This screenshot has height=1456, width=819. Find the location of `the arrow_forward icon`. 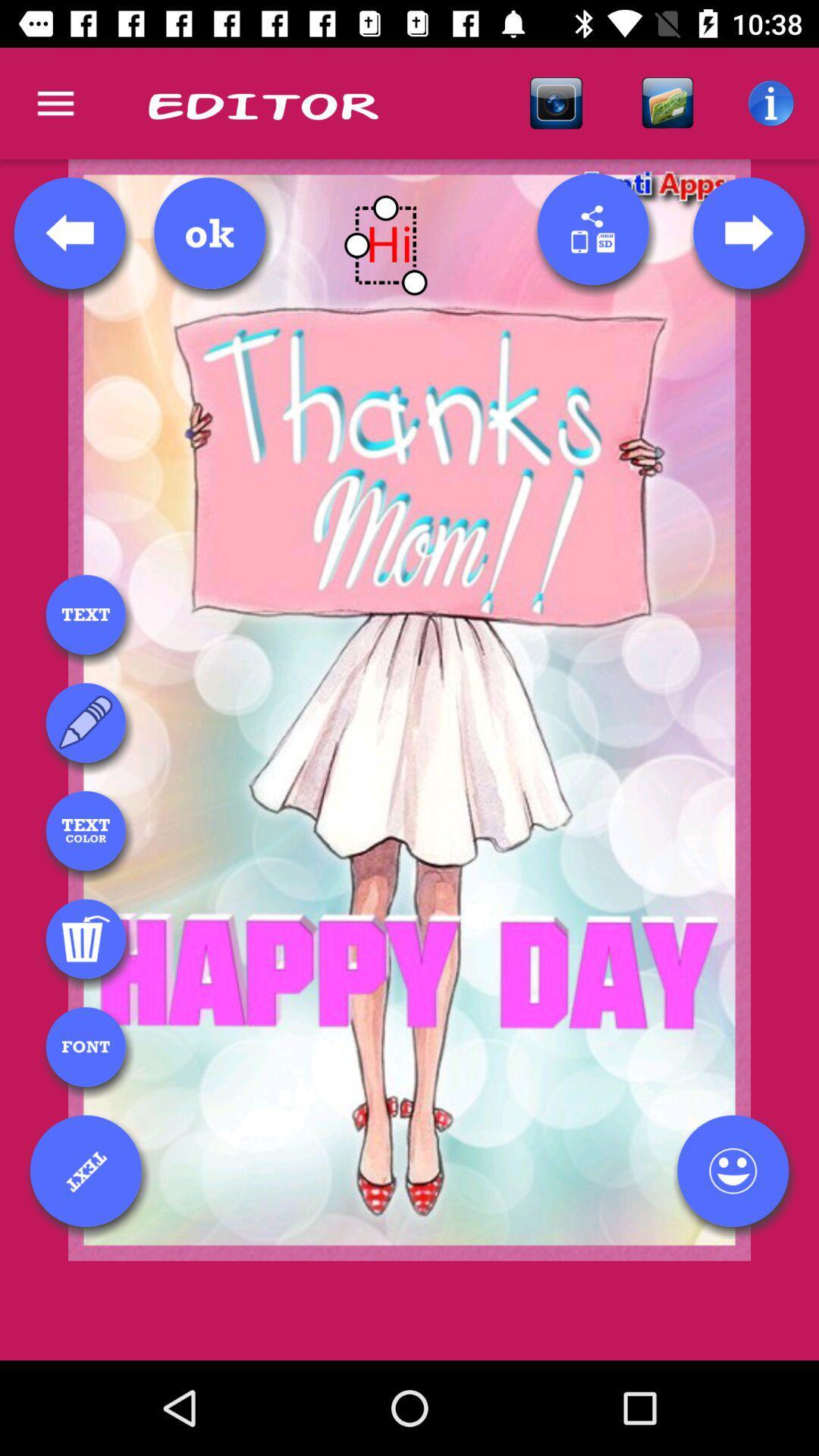

the arrow_forward icon is located at coordinates (748, 232).